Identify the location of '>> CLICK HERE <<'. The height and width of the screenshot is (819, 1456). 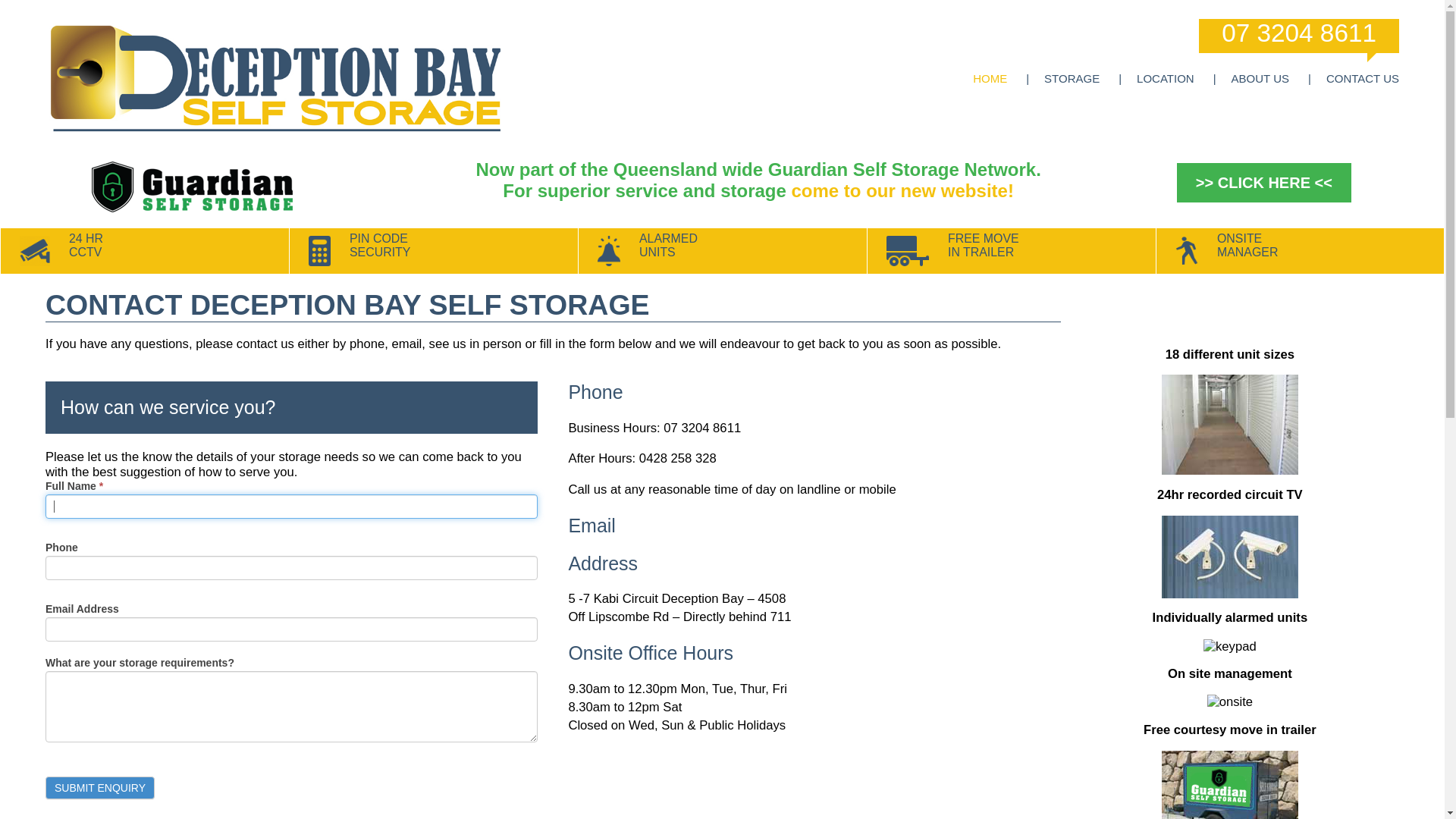
(1263, 181).